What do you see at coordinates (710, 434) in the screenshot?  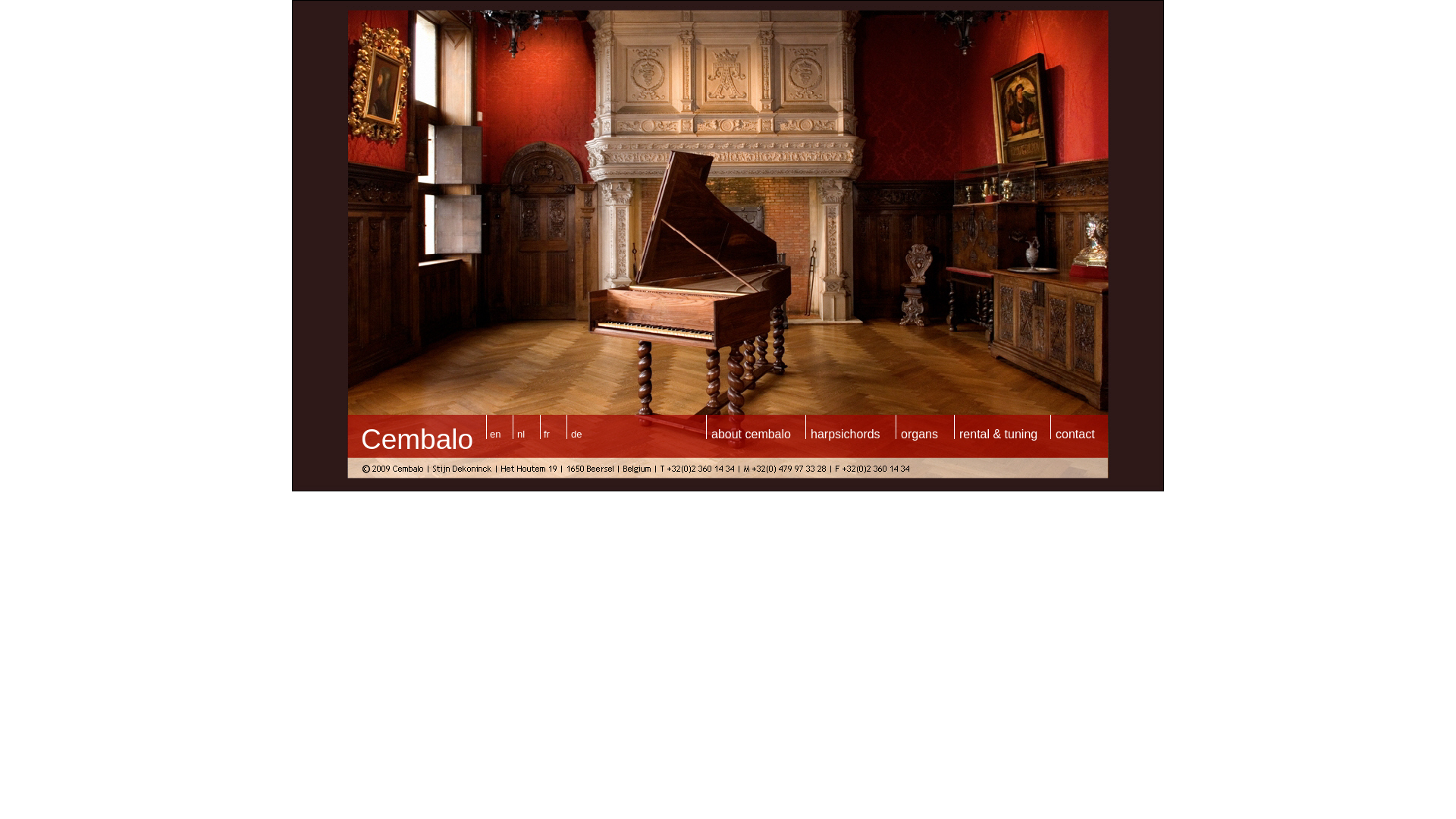 I see `'about cembalo'` at bounding box center [710, 434].